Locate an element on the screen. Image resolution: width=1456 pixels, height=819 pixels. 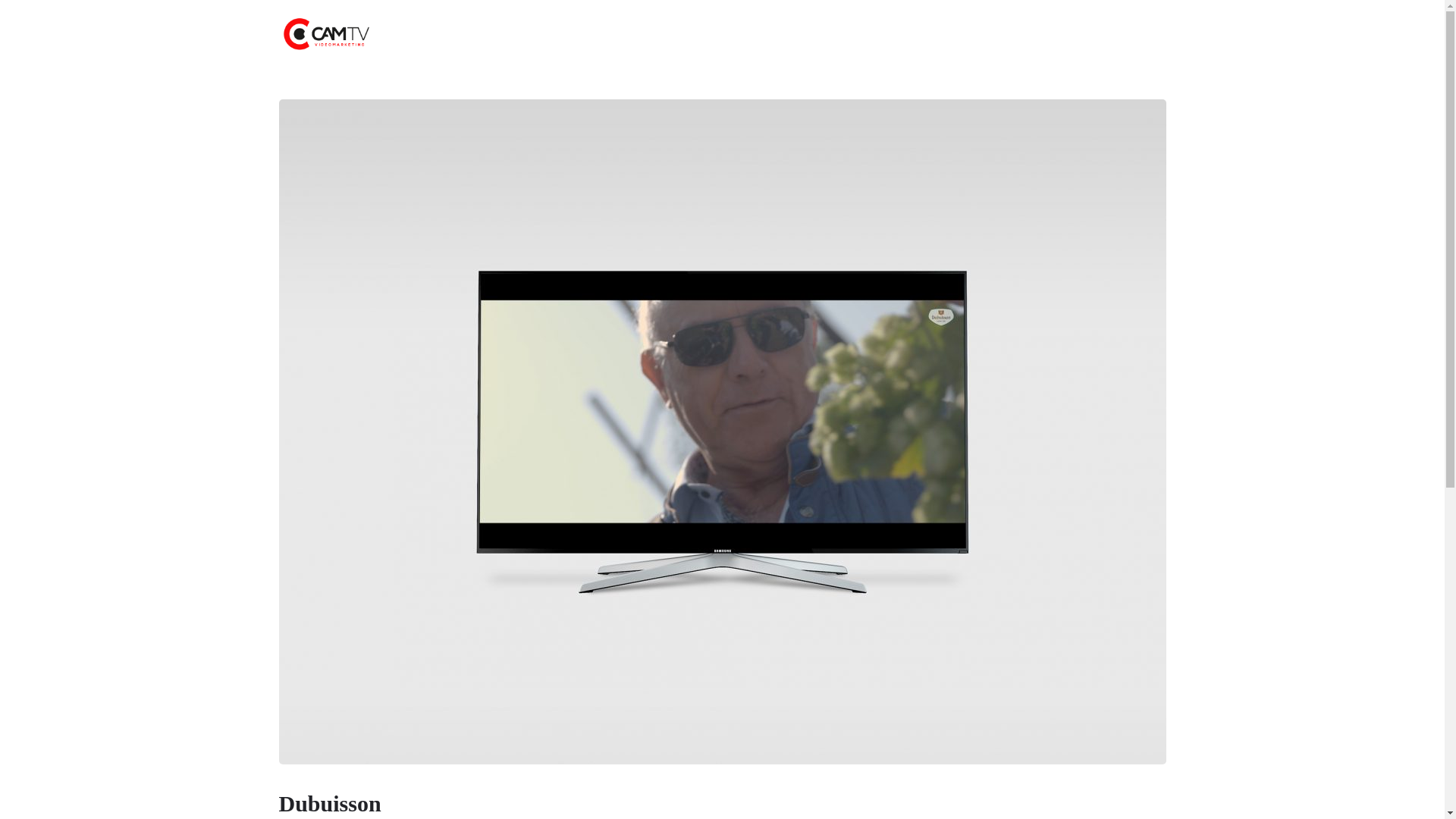
'PROJECTS' is located at coordinates (602, 34).